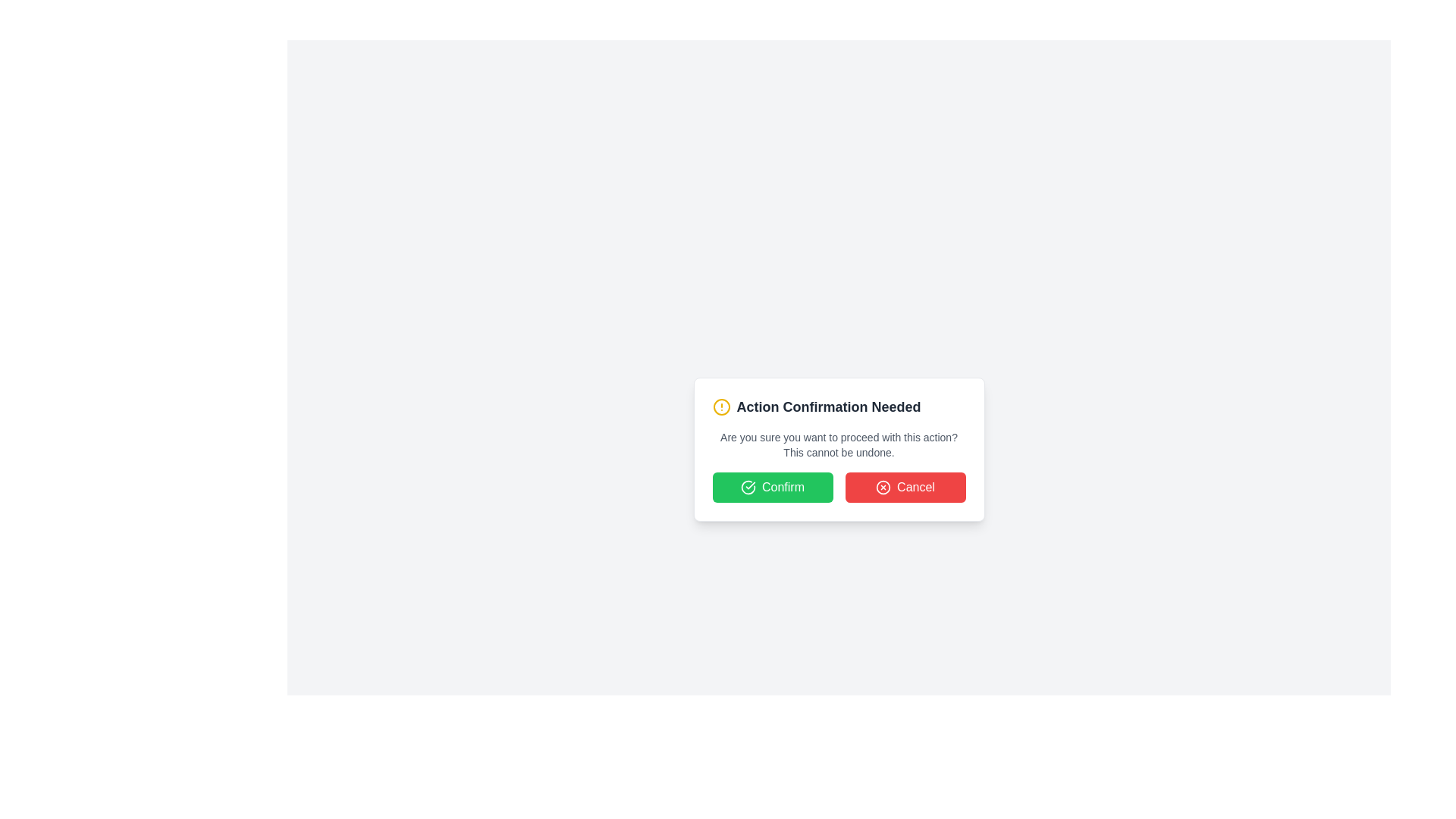  What do you see at coordinates (838, 444) in the screenshot?
I see `the informational text providing a warning about the seriousness of the next action, located below the 'Action Confirmation Needed' text in the confirmation dialog box` at bounding box center [838, 444].